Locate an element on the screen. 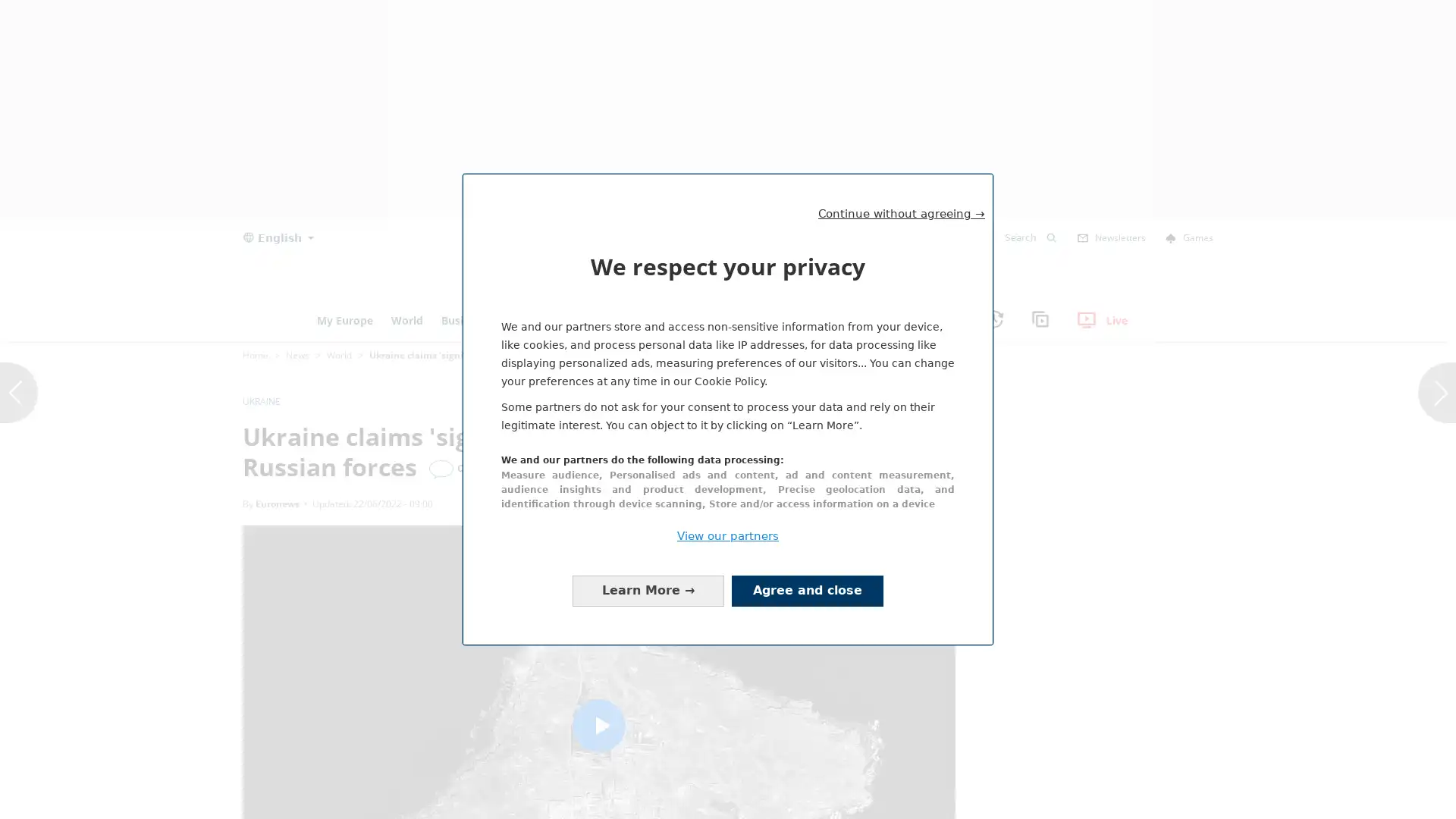 Image resolution: width=1456 pixels, height=819 pixels. Play the video is located at coordinates (598, 724).